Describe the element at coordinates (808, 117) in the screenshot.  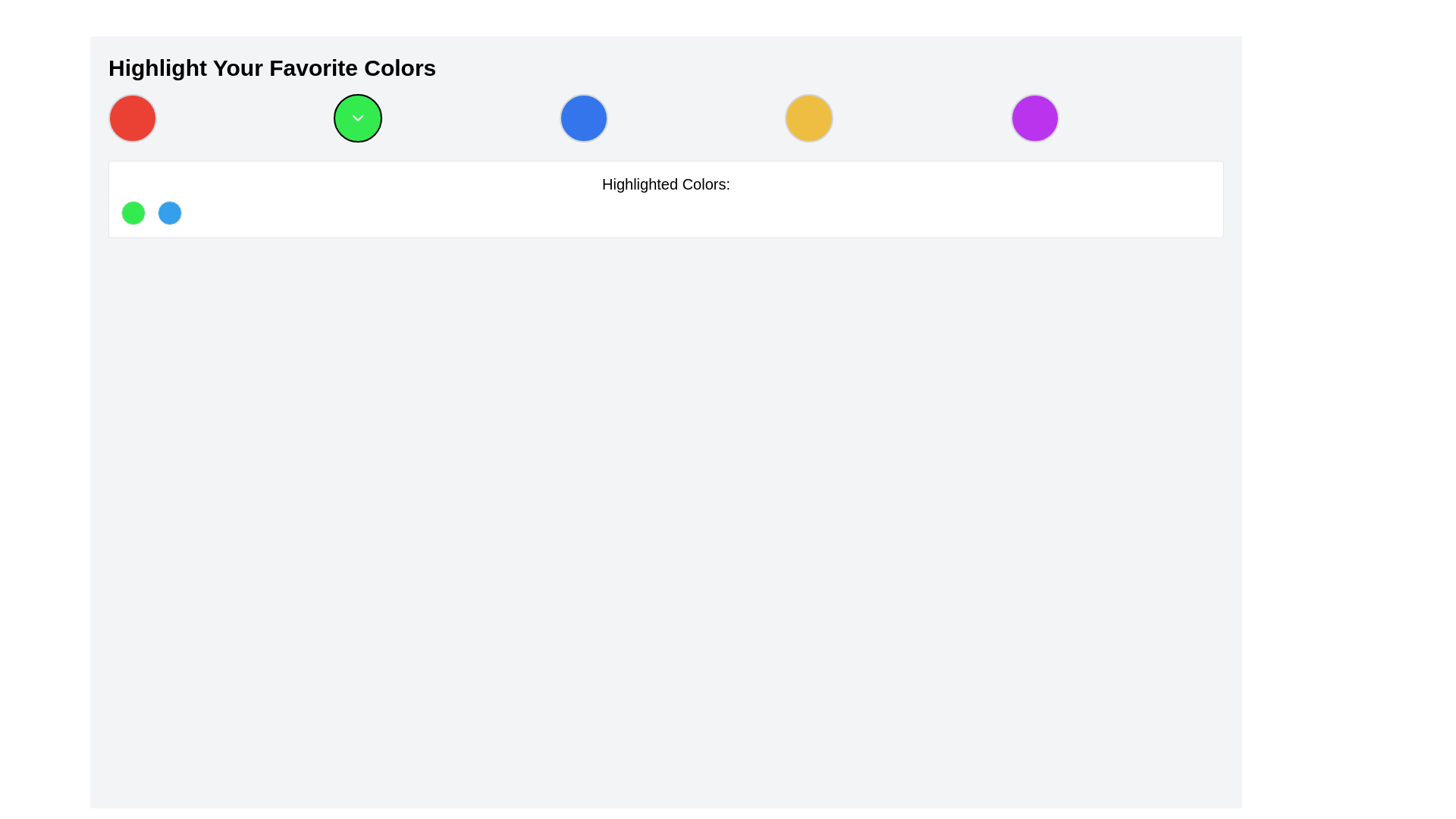
I see `the fourth circular button with a yellow background and a gray border` at that location.